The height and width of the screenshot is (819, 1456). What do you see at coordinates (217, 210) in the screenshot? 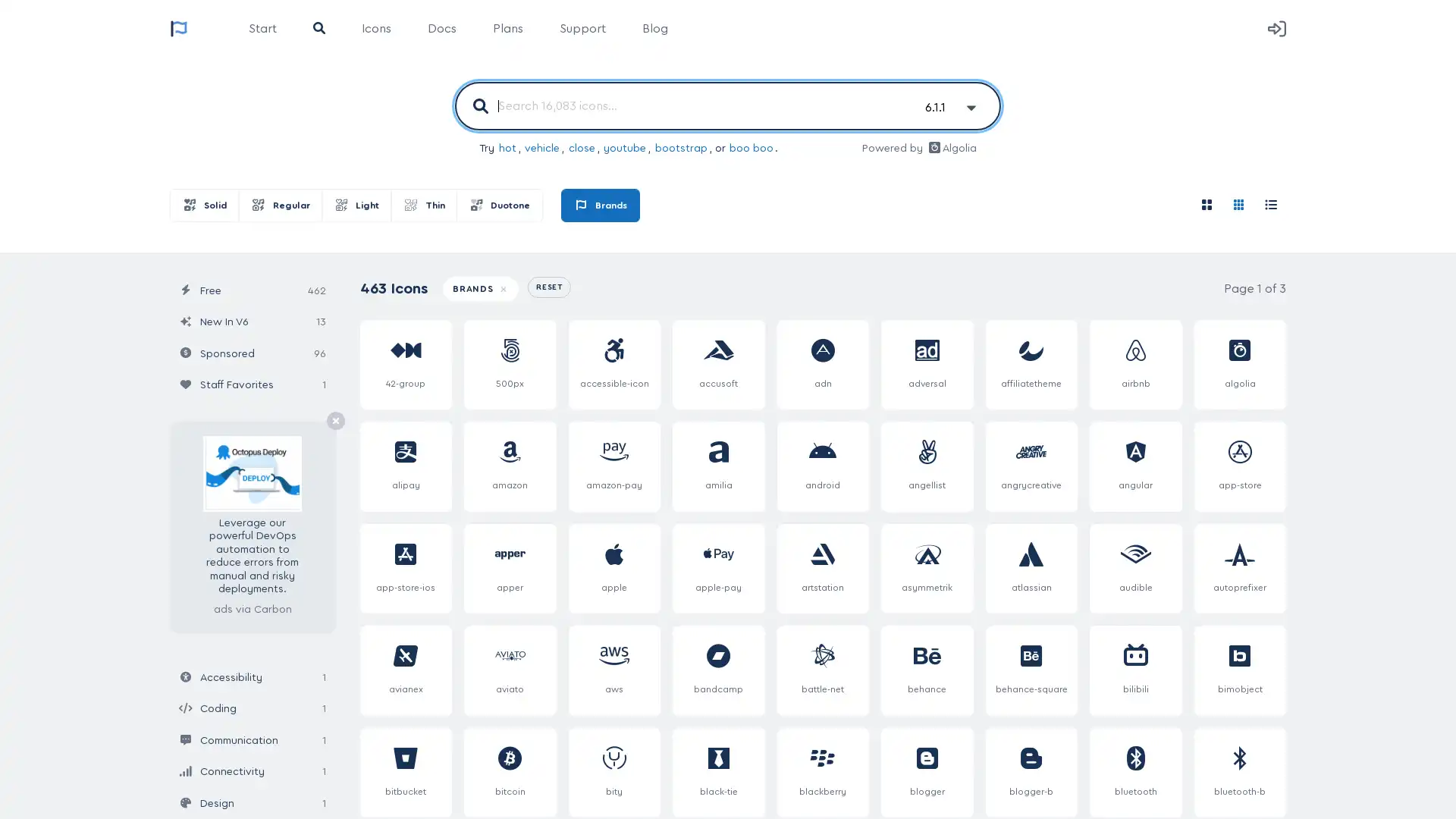
I see `Solid` at bounding box center [217, 210].